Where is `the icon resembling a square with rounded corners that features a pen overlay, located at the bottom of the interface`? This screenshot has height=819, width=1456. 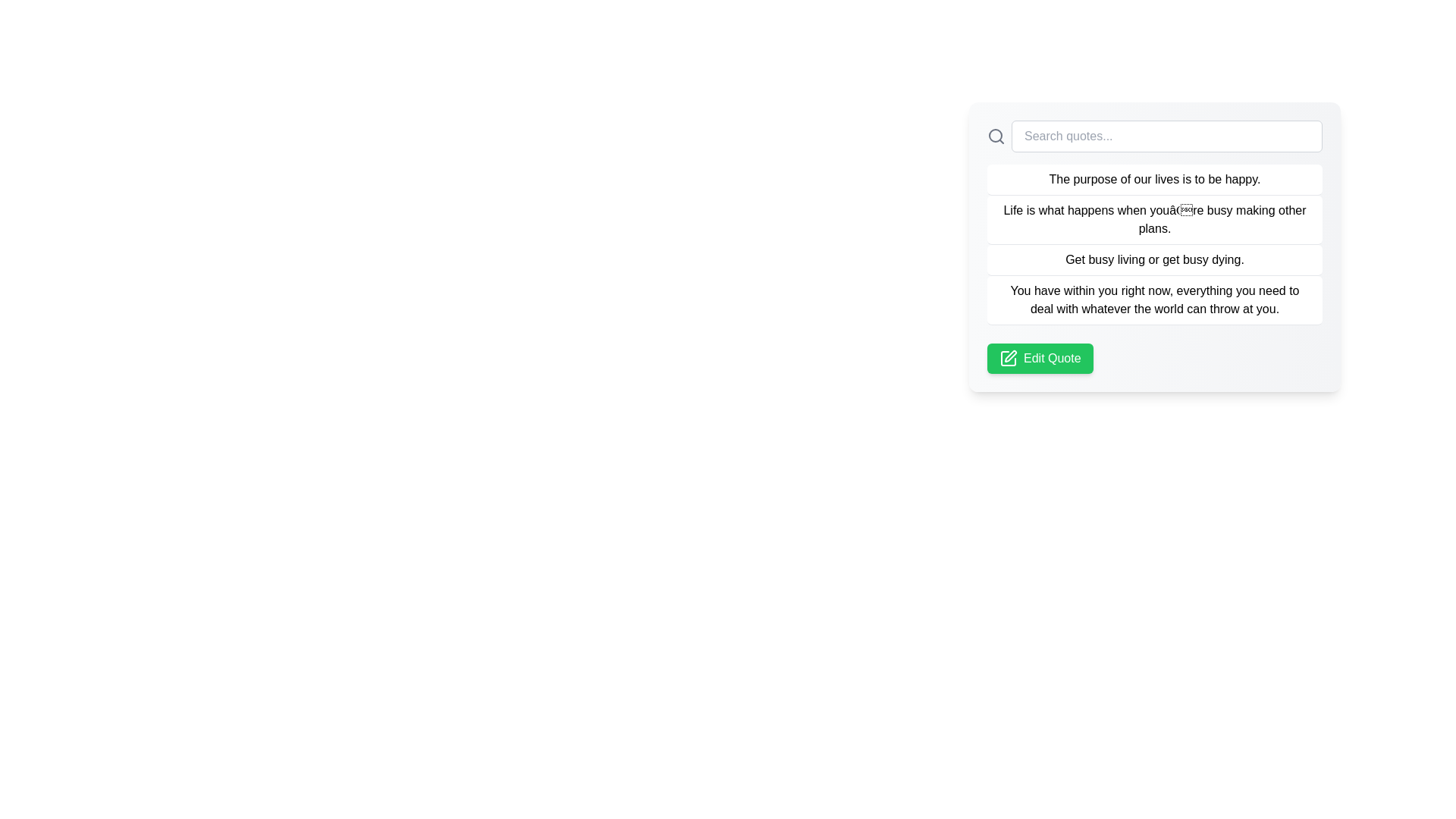 the icon resembling a square with rounded corners that features a pen overlay, located at the bottom of the interface is located at coordinates (1008, 359).